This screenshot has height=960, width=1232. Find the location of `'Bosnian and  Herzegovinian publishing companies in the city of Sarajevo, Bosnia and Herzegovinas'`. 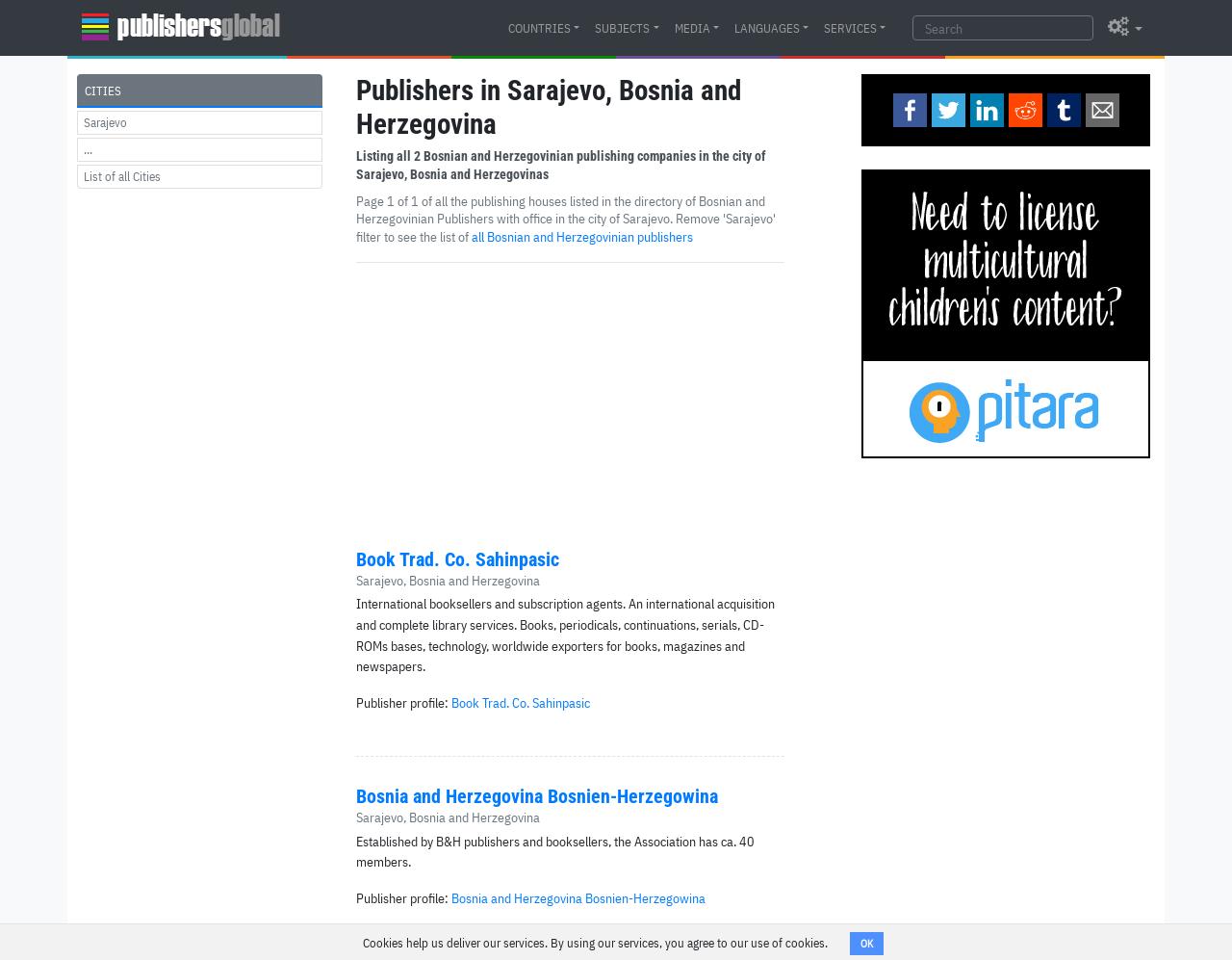

'Bosnian and  Herzegovinian publishing companies in the city of Sarajevo, Bosnia and Herzegovinas' is located at coordinates (560, 164).